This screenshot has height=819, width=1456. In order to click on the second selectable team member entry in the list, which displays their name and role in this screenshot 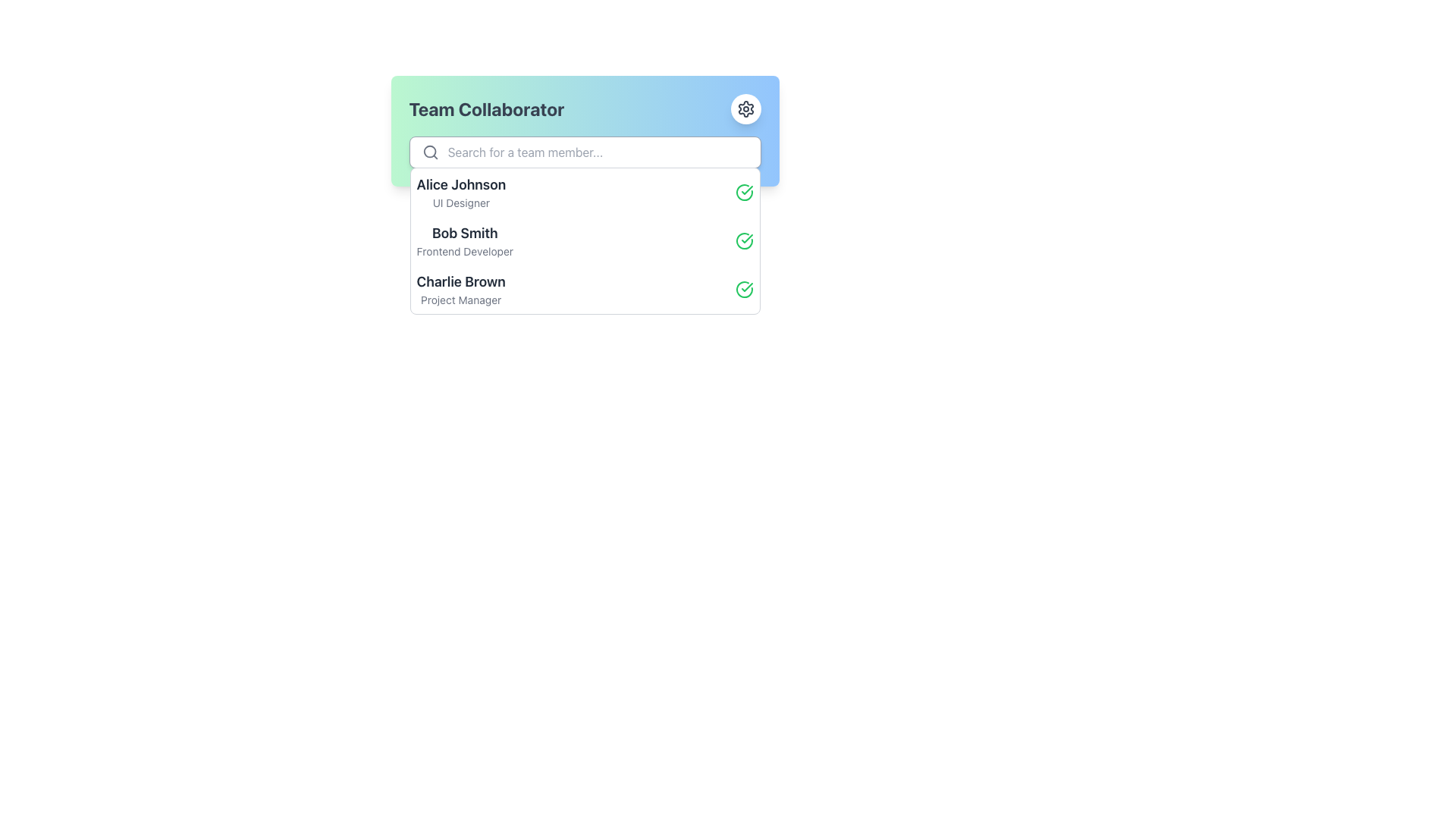, I will do `click(584, 240)`.